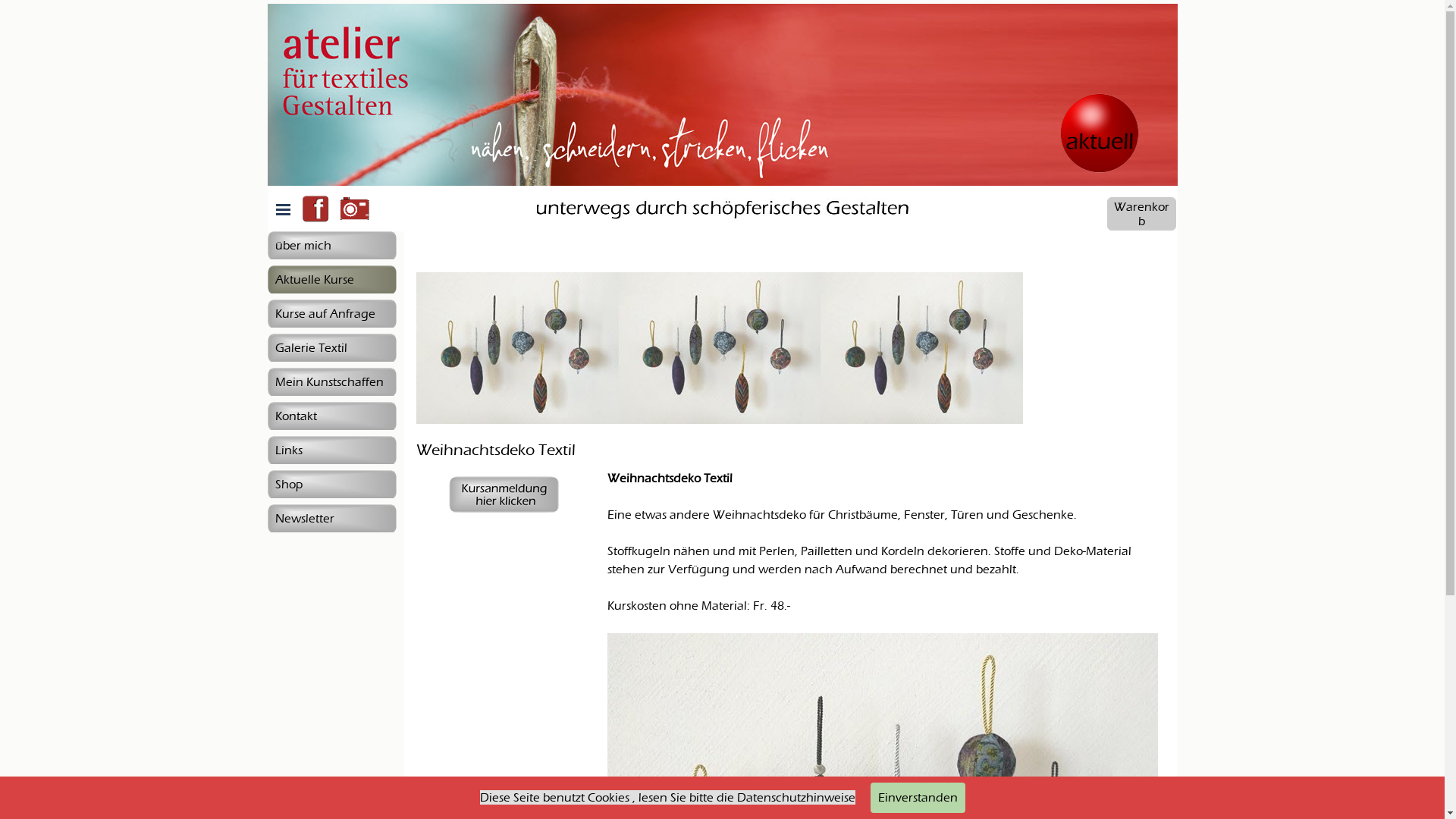  What do you see at coordinates (1141, 213) in the screenshot?
I see `'Warenkorb'` at bounding box center [1141, 213].